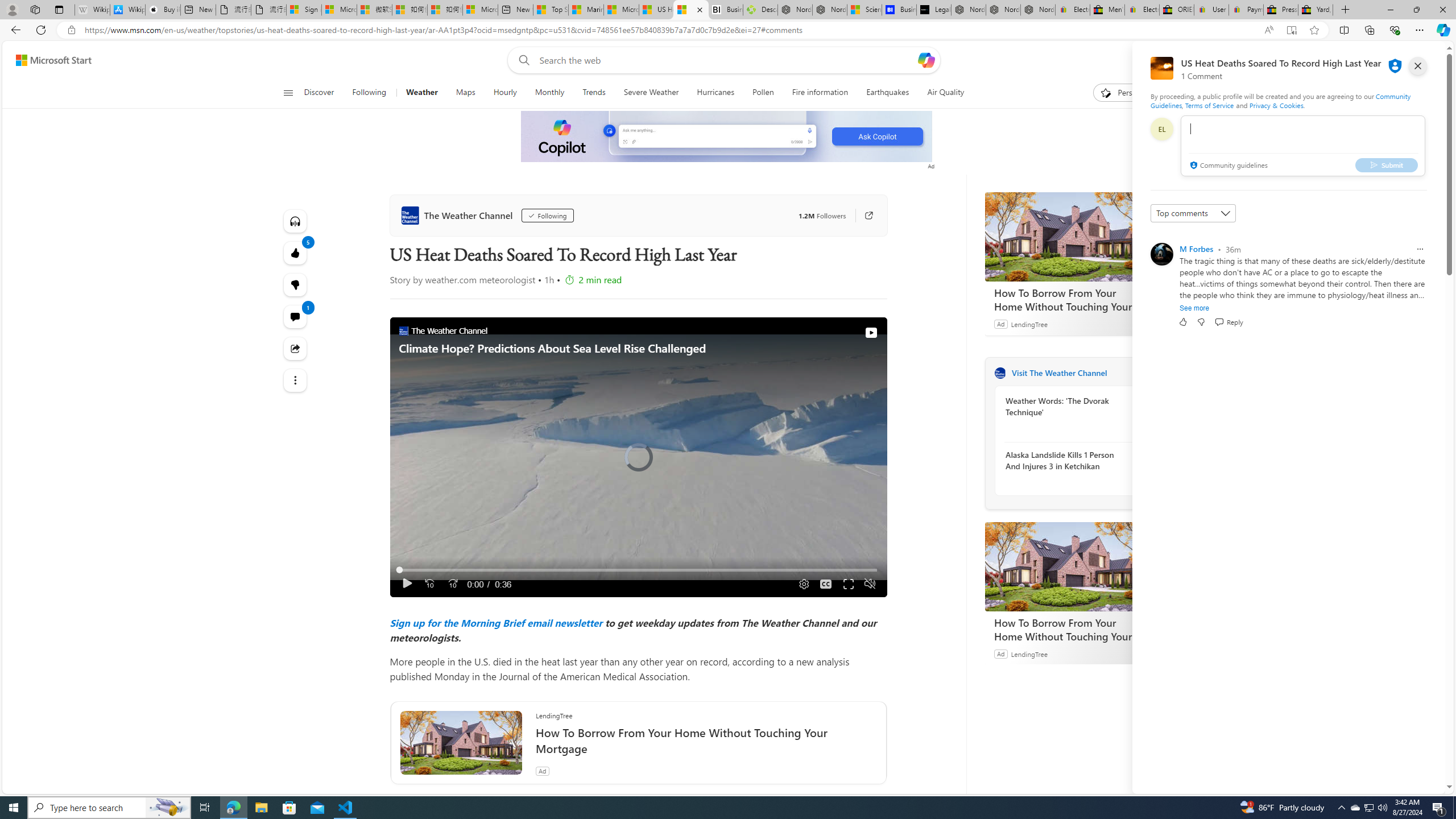  What do you see at coordinates (1246, 30) in the screenshot?
I see `'Read aloud this page (Ctrl+Shift+U)'` at bounding box center [1246, 30].